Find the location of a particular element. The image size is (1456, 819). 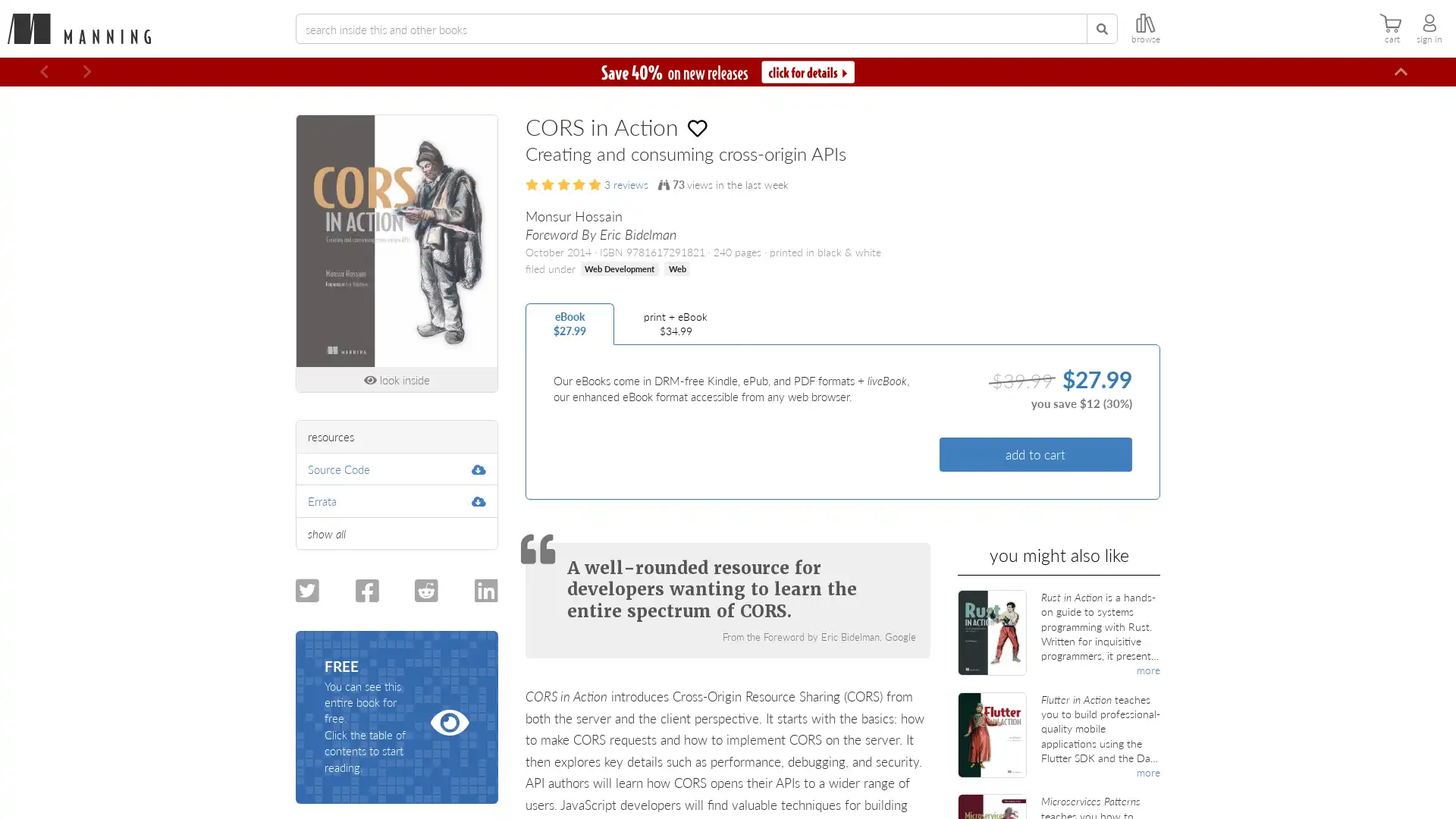

Previous is located at coordinates (44, 72).